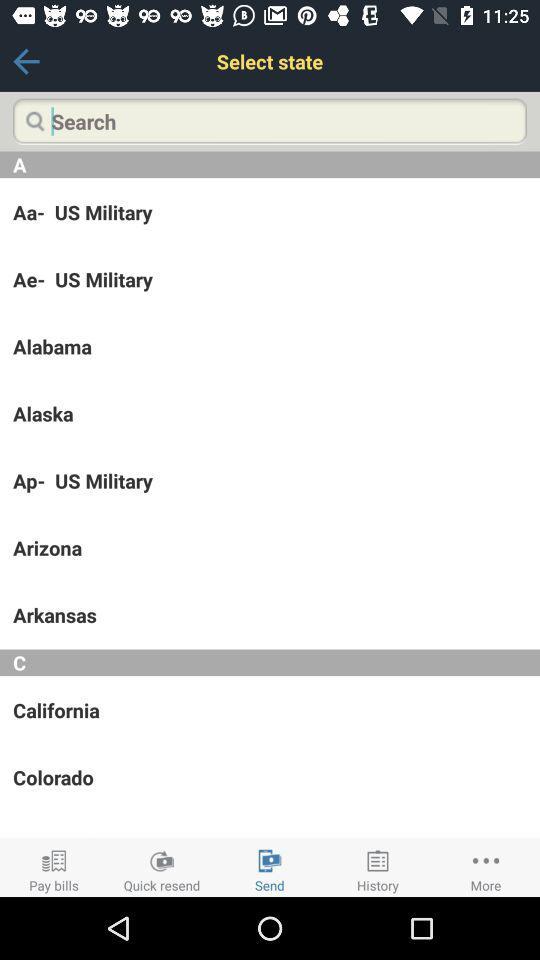 The height and width of the screenshot is (960, 540). I want to click on the icon next to the select state icon, so click(25, 61).